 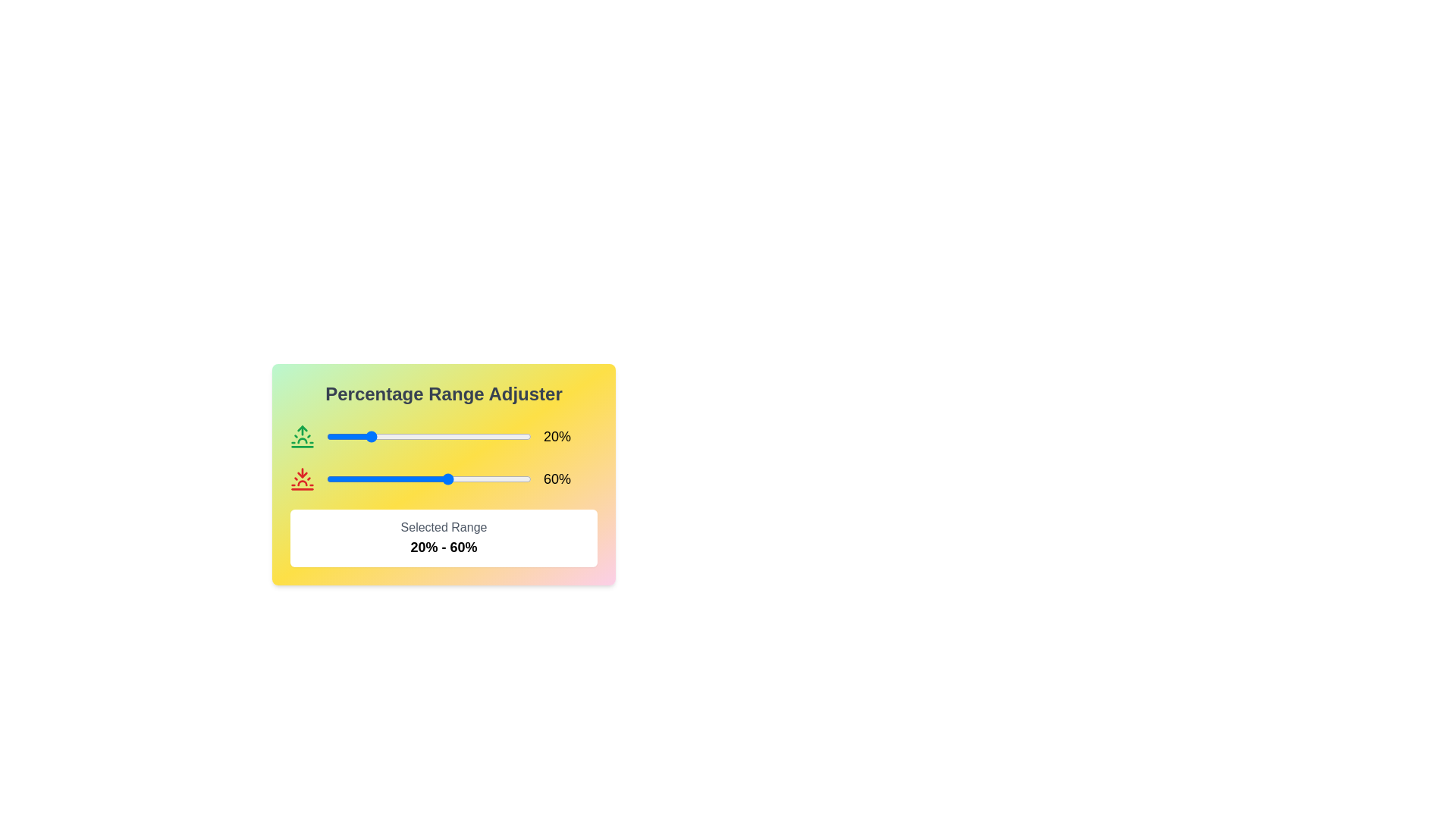 What do you see at coordinates (450, 479) in the screenshot?
I see `the slider` at bounding box center [450, 479].